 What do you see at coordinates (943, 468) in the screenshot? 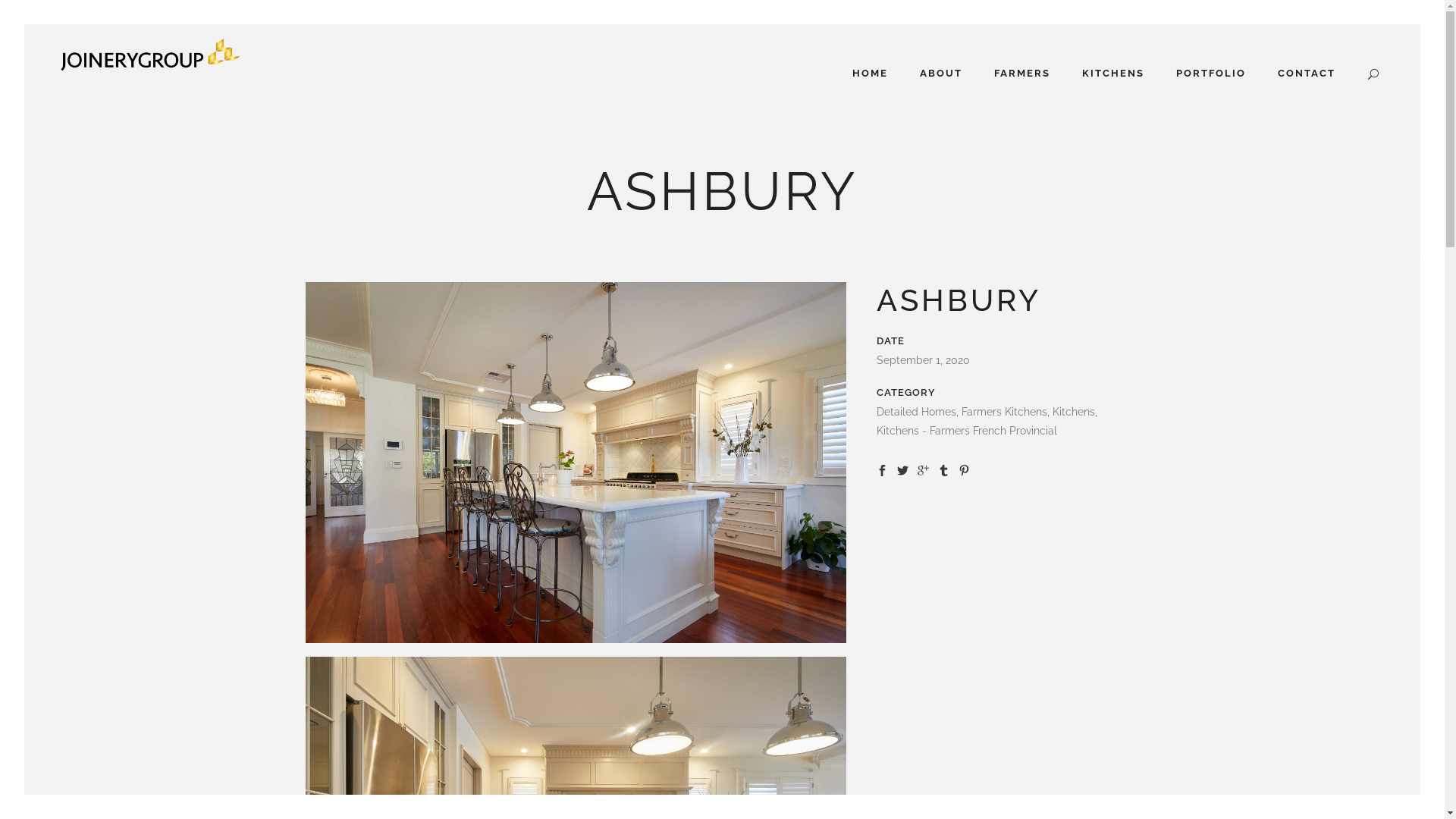
I see `'Share on Tumblr'` at bounding box center [943, 468].